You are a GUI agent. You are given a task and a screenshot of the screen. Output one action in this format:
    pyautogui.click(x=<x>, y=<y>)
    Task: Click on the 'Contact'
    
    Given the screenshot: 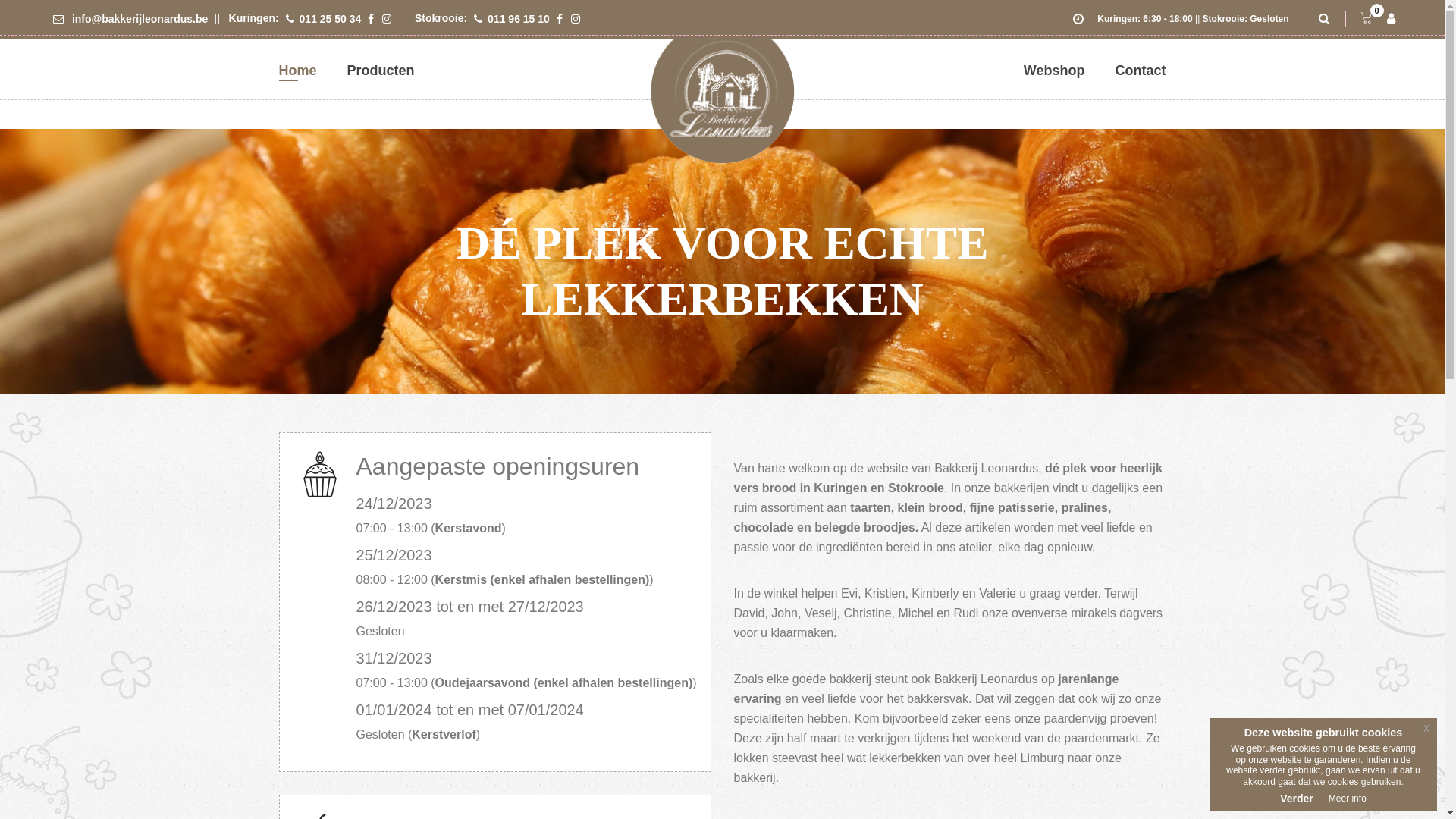 What is the action you would take?
    pyautogui.click(x=1140, y=70)
    